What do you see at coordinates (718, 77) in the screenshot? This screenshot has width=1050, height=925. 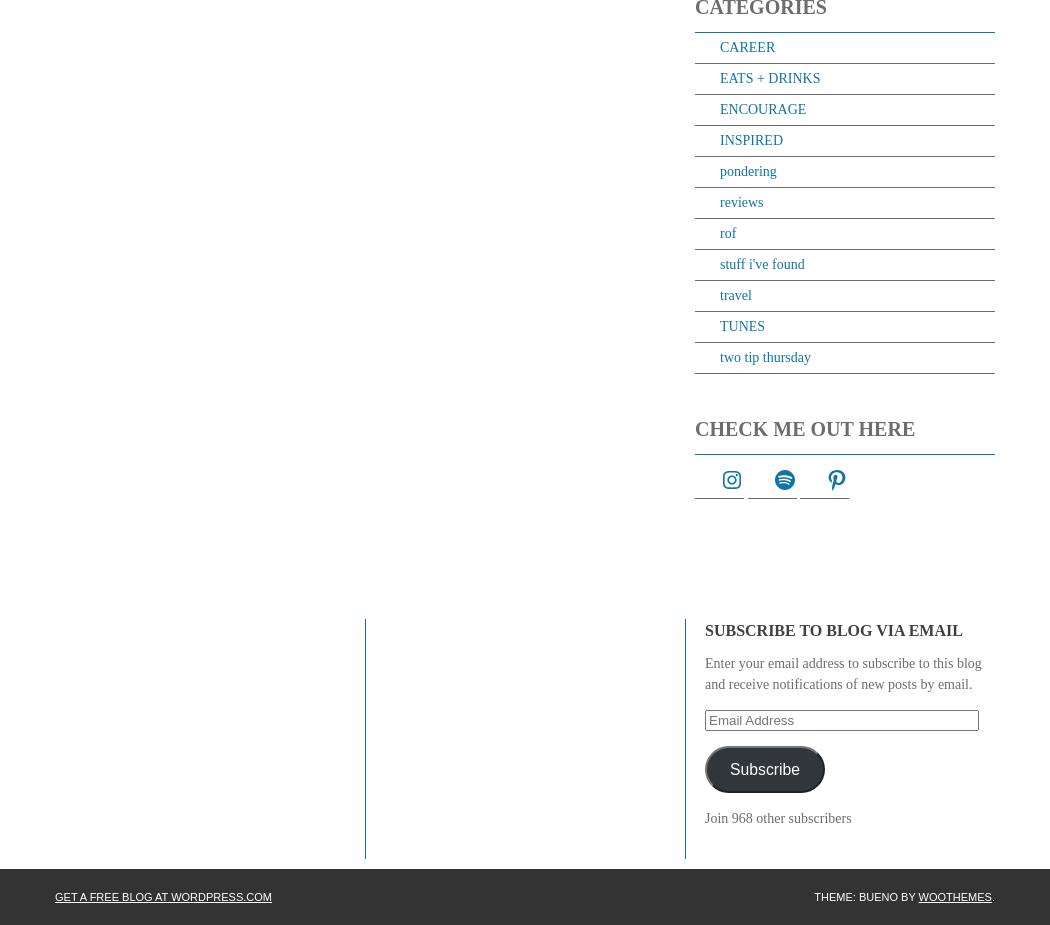 I see `'EATS + DRINKS'` at bounding box center [718, 77].